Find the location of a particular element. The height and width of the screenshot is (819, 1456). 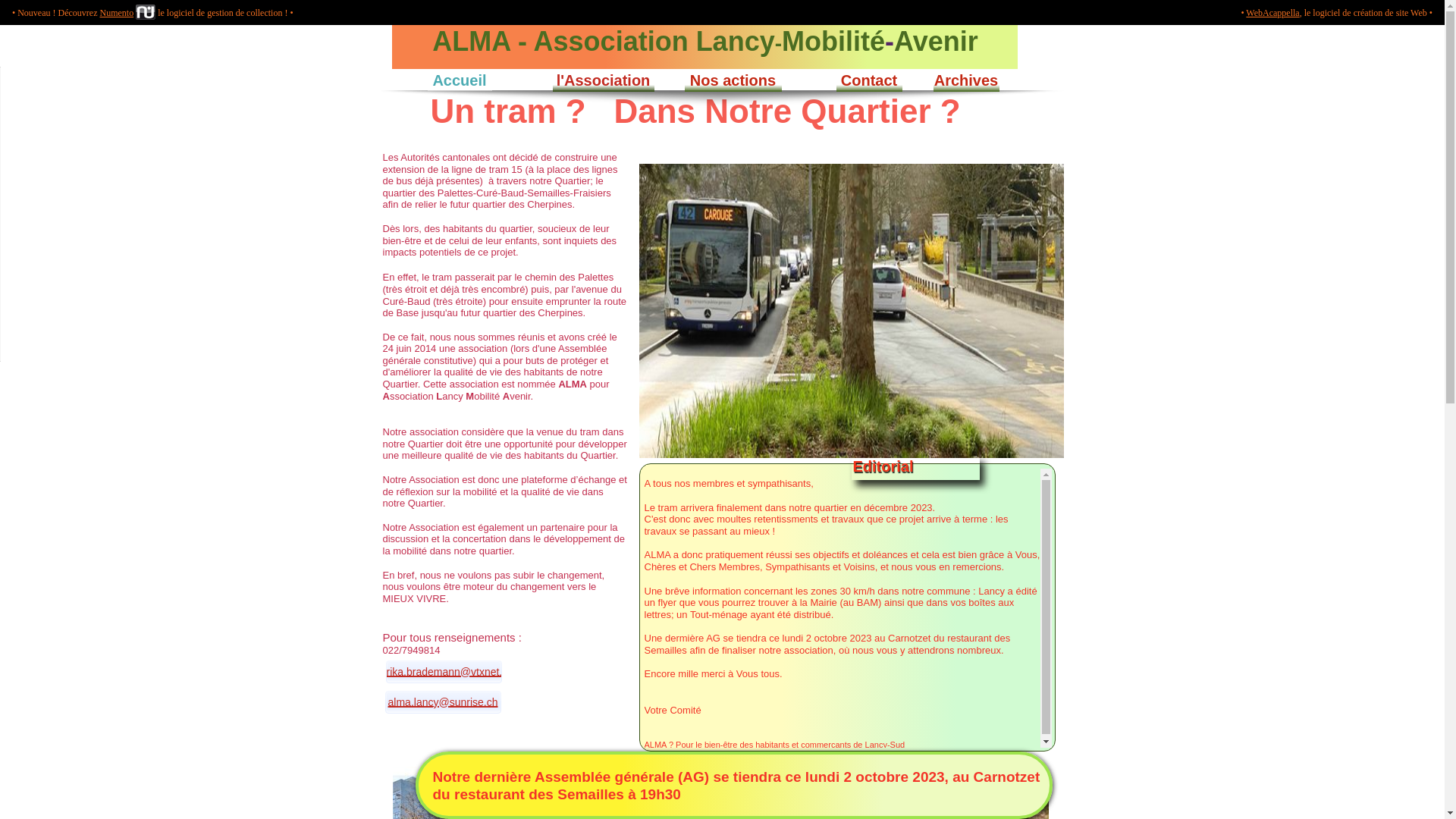

'l'Association' is located at coordinates (603, 79).